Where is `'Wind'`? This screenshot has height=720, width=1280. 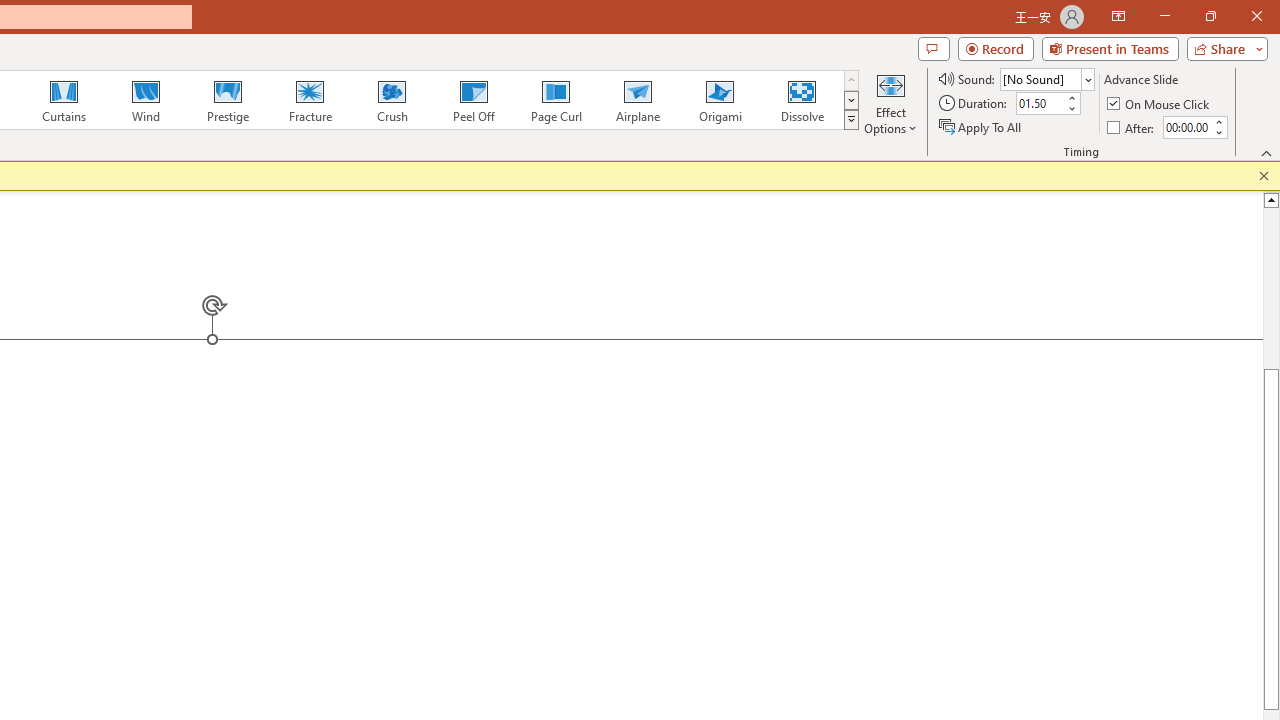
'Wind' is located at coordinates (144, 100).